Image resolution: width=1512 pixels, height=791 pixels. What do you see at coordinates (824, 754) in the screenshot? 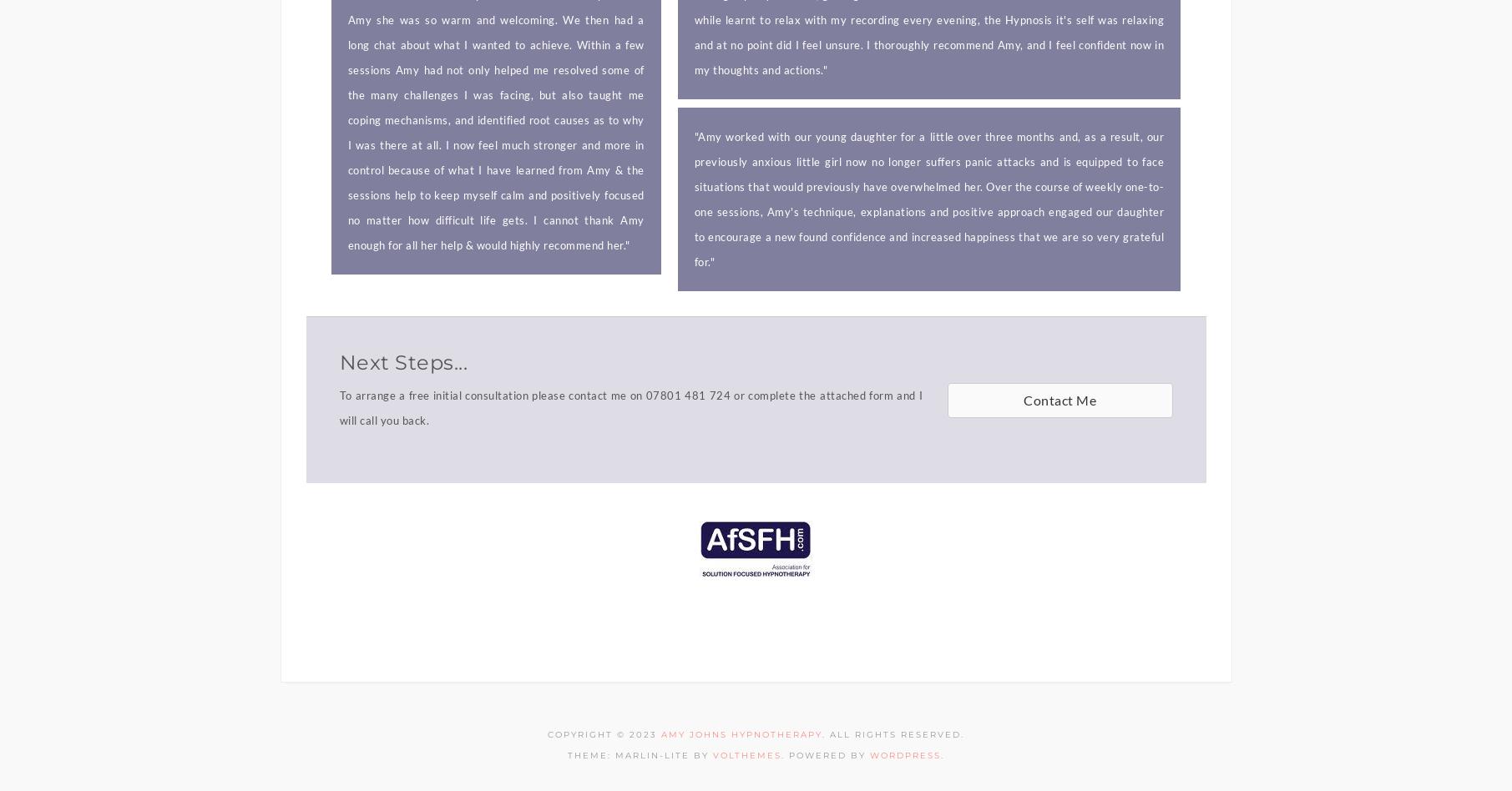
I see `'. Powered by'` at bounding box center [824, 754].